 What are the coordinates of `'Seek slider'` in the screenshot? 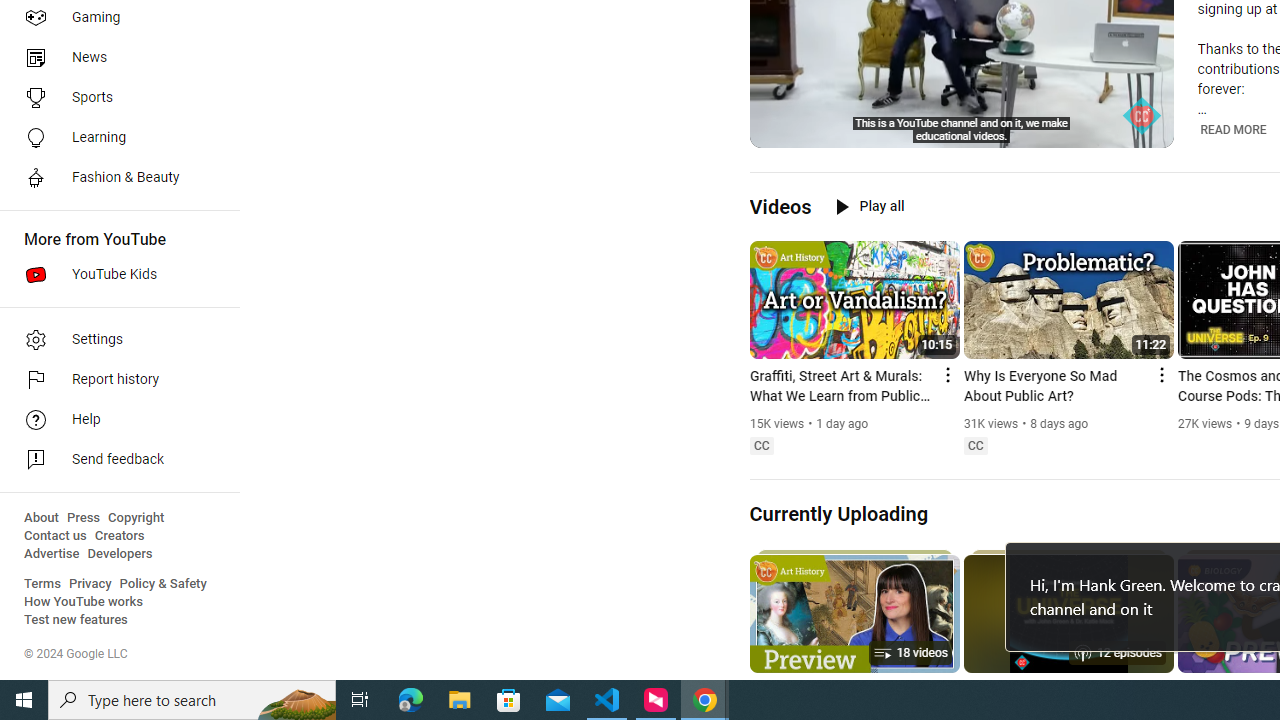 It's located at (961, 109).